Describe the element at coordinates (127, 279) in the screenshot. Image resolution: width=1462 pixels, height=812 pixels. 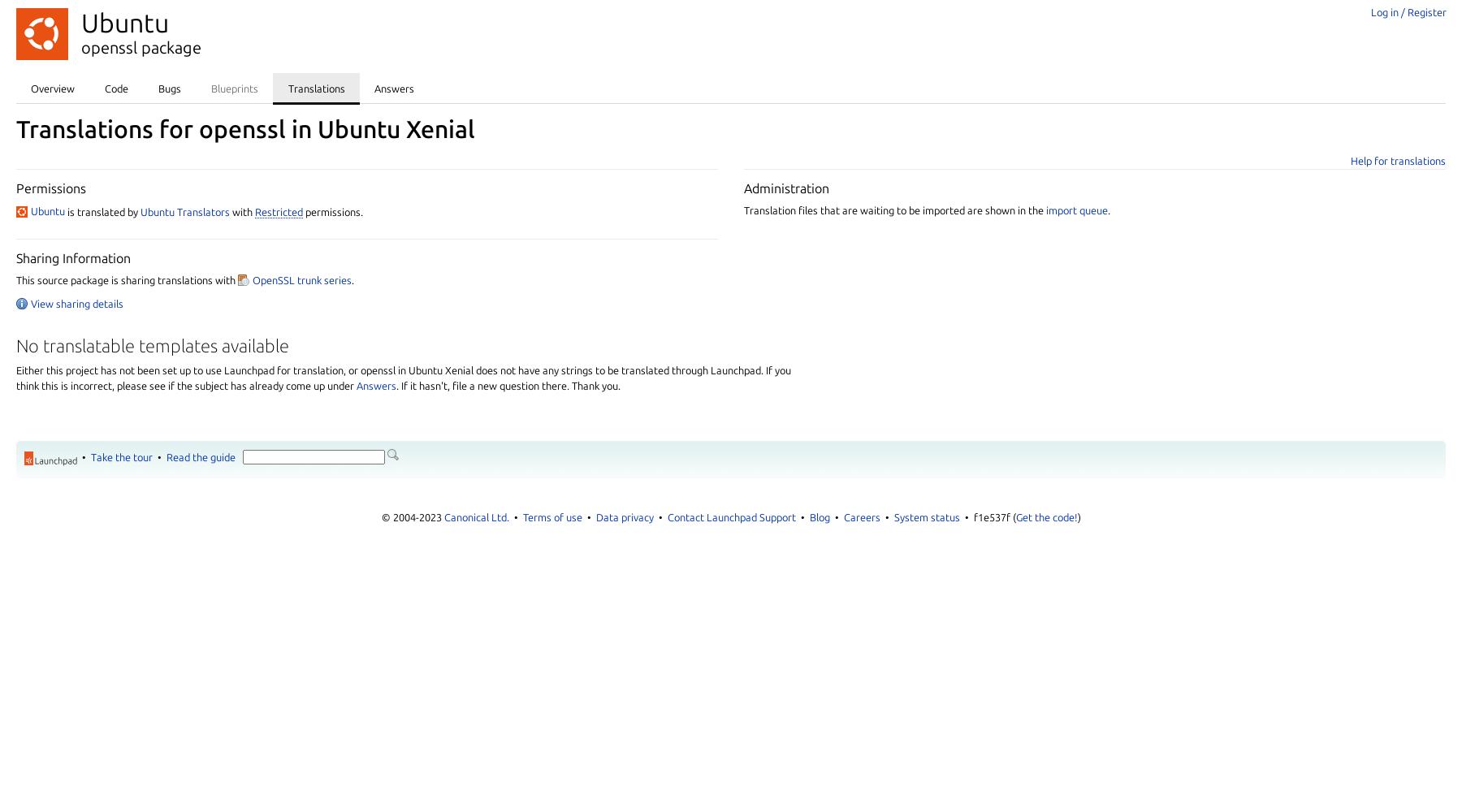
I see `'This source package is sharing translations with'` at that location.